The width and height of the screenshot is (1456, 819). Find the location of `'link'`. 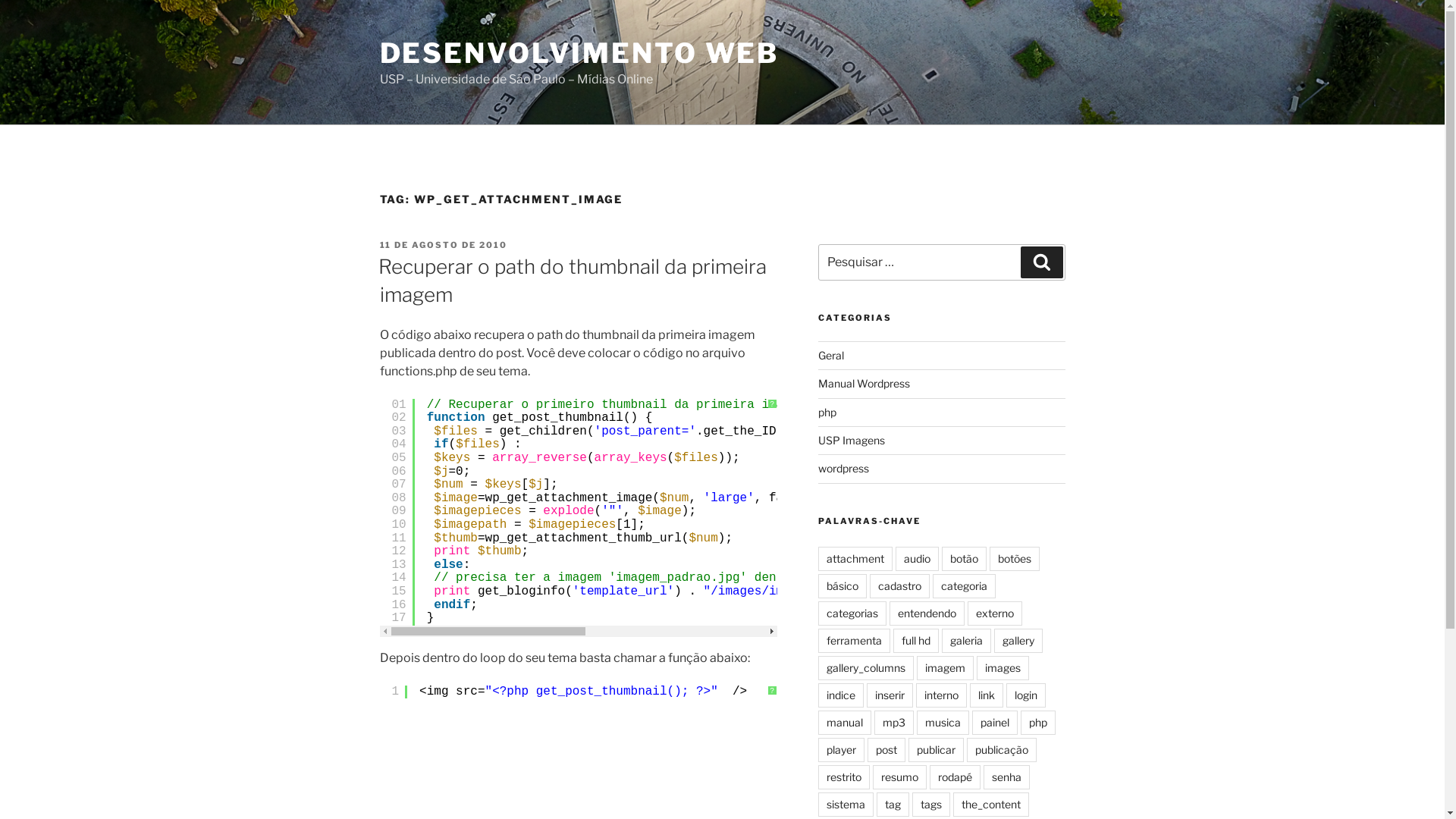

'link' is located at coordinates (986, 695).